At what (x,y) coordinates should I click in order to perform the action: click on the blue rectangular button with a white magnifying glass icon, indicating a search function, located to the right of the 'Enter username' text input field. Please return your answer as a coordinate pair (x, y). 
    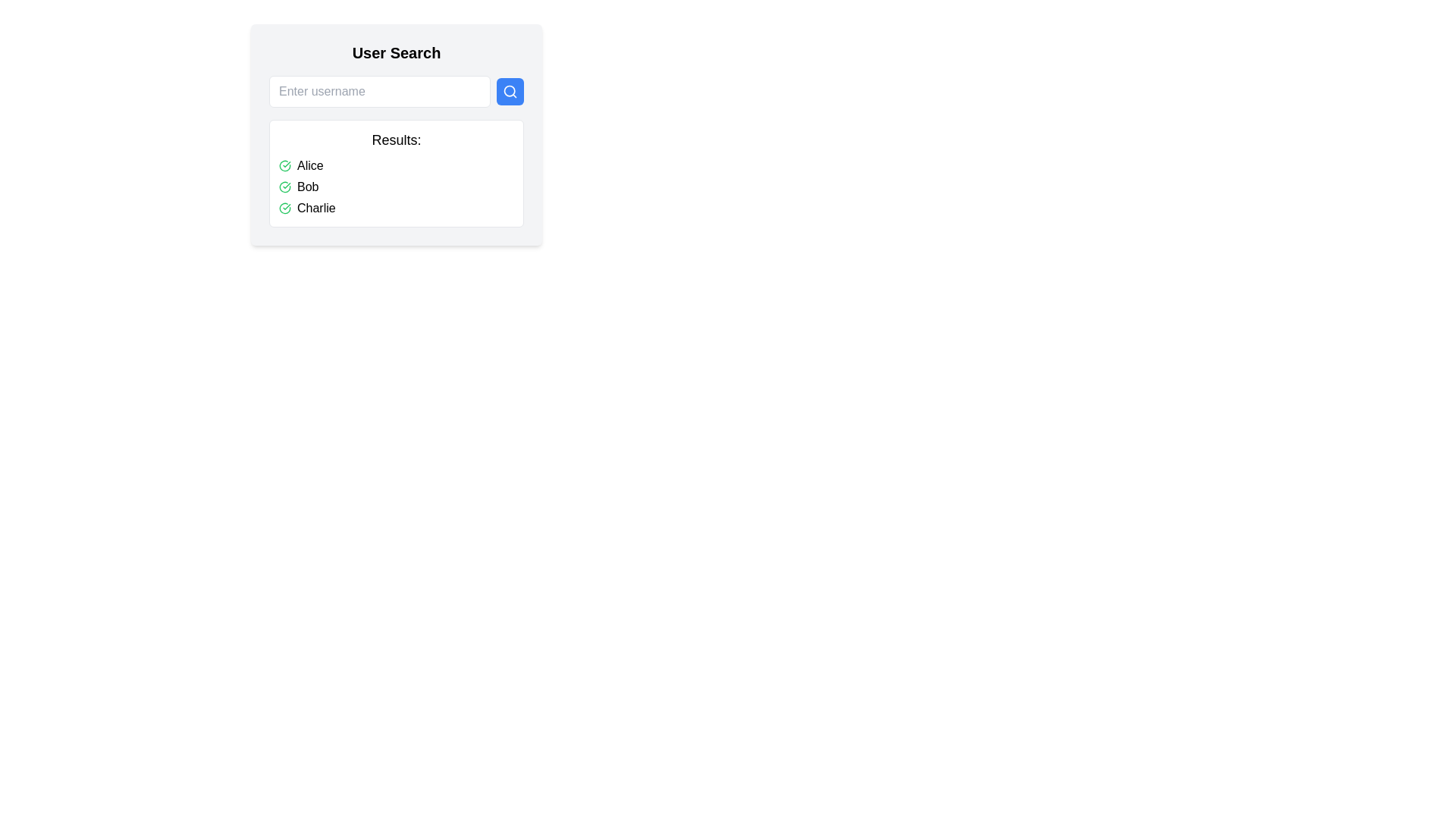
    Looking at the image, I should click on (510, 91).